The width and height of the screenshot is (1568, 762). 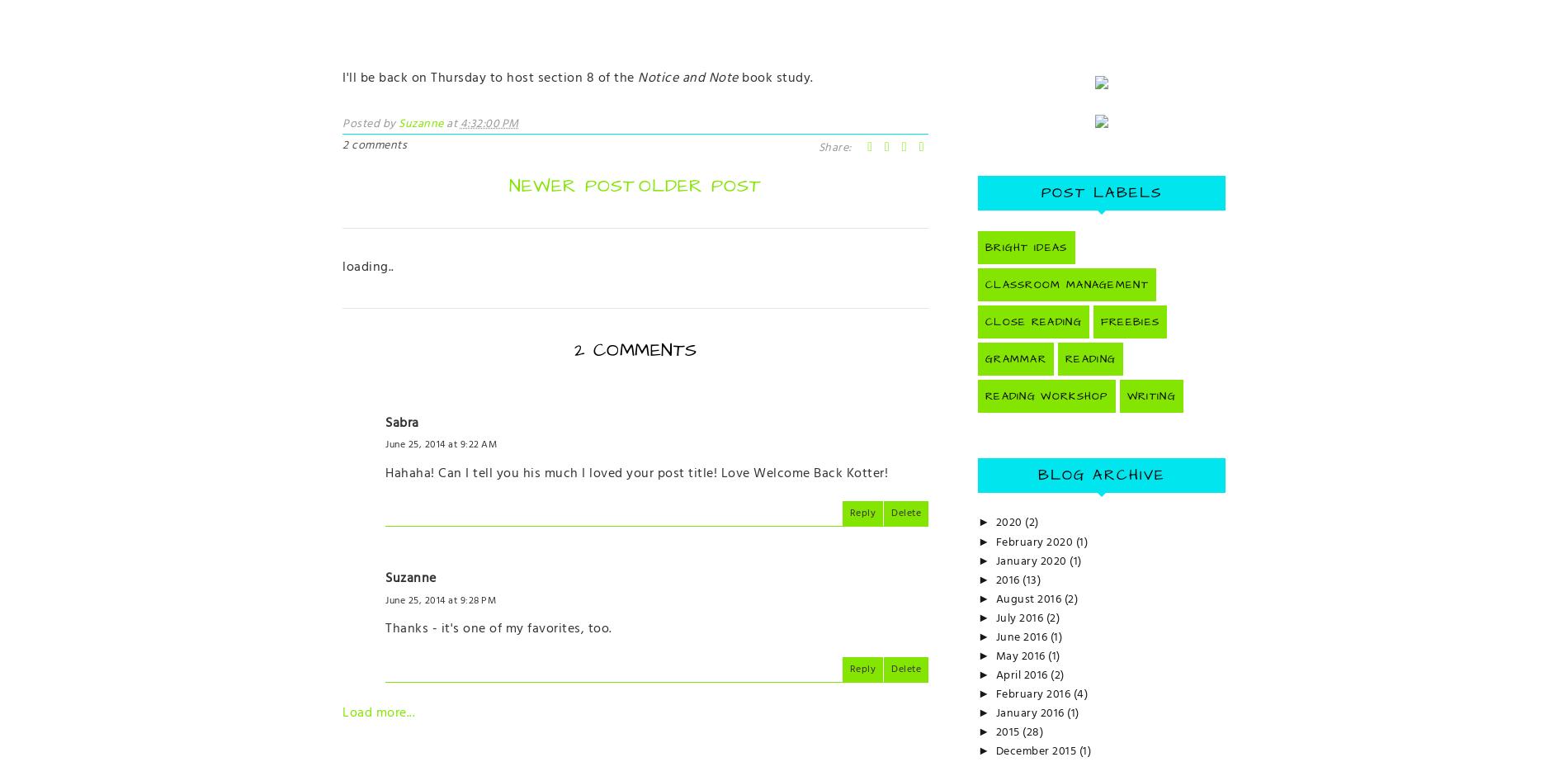 What do you see at coordinates (1021, 655) in the screenshot?
I see `'May 2016'` at bounding box center [1021, 655].